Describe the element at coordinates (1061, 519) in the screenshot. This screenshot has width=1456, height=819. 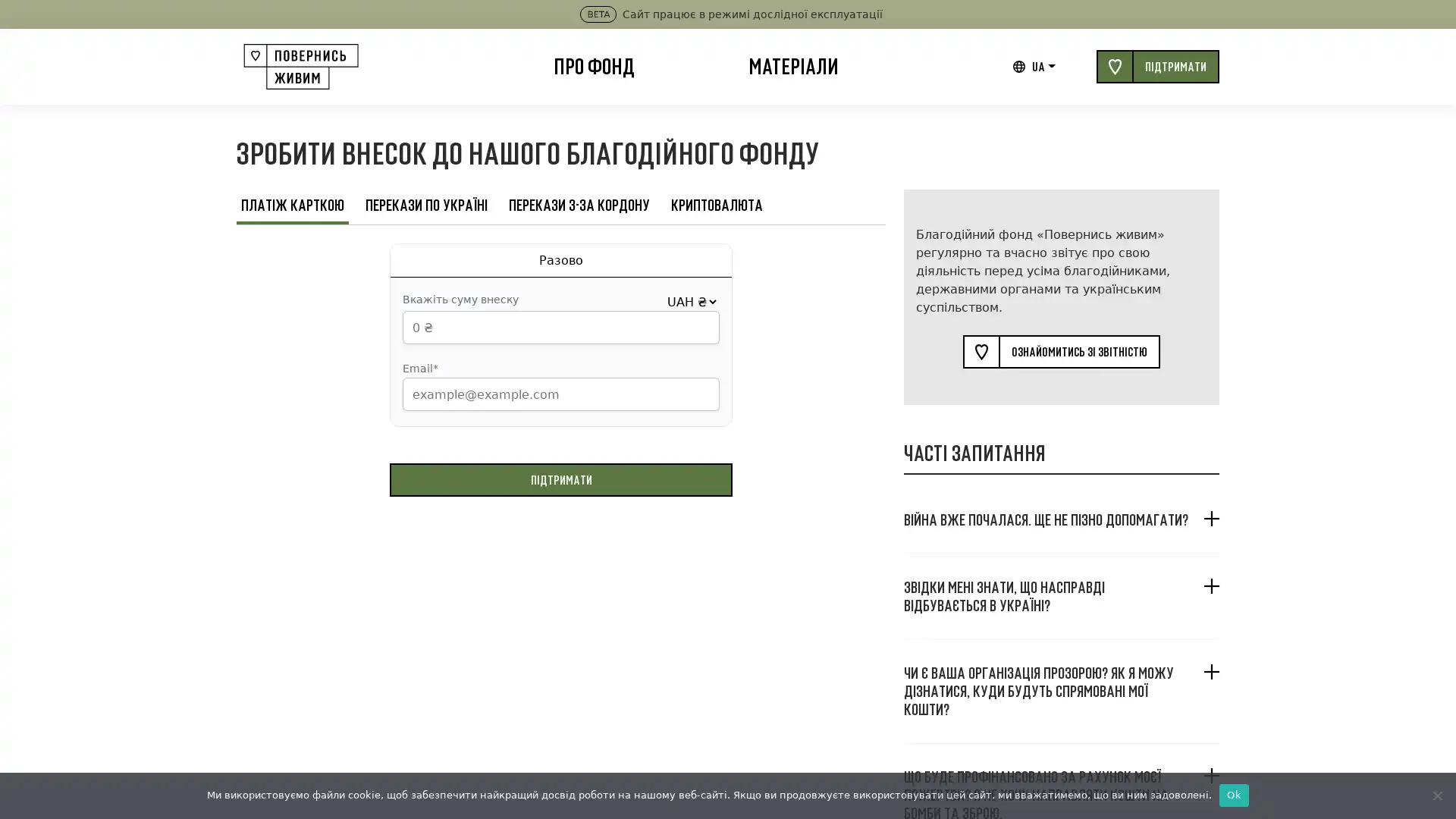
I see `.    ?` at that location.